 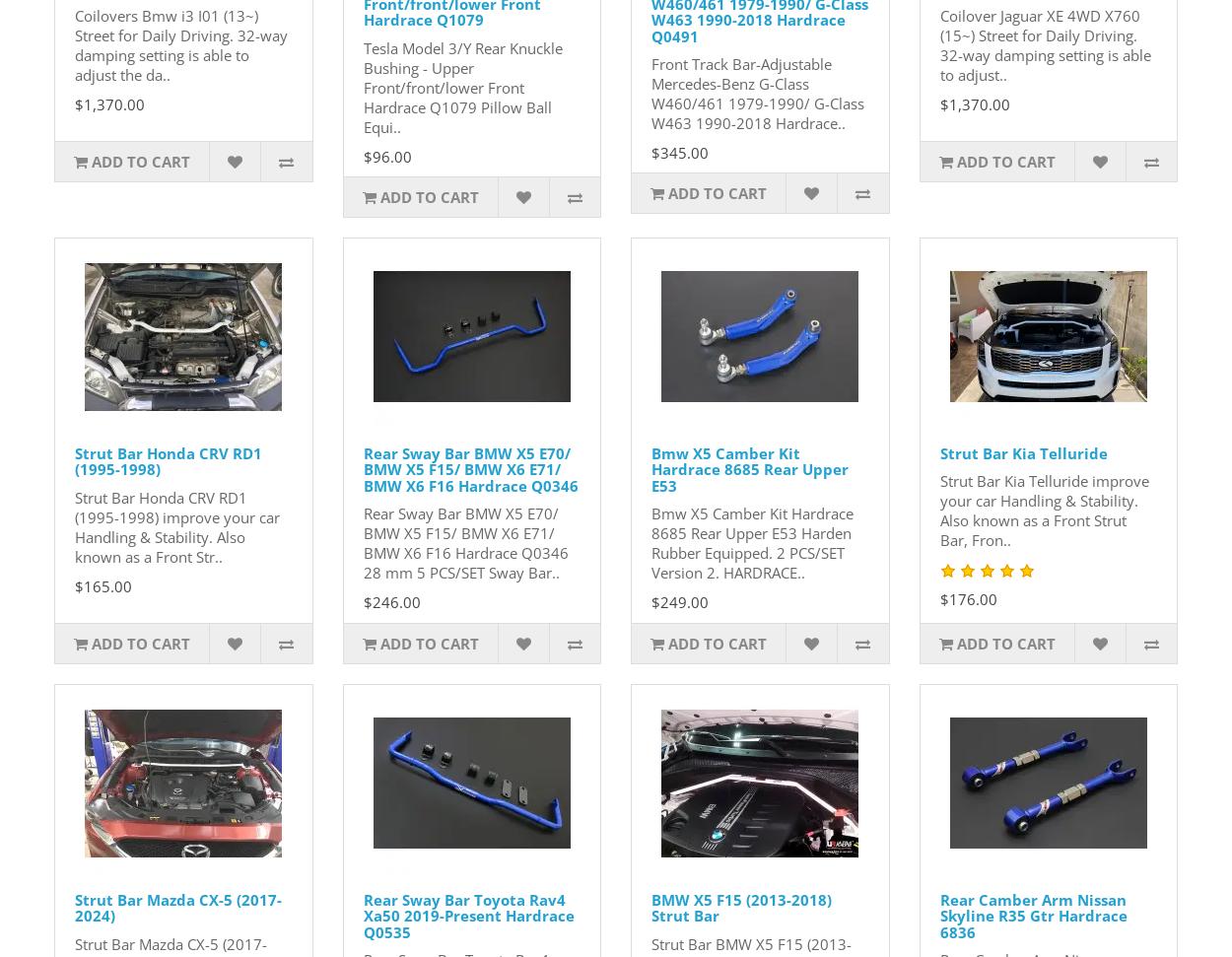 I want to click on 'Strut Bar Kia Telluride', so click(x=1023, y=451).